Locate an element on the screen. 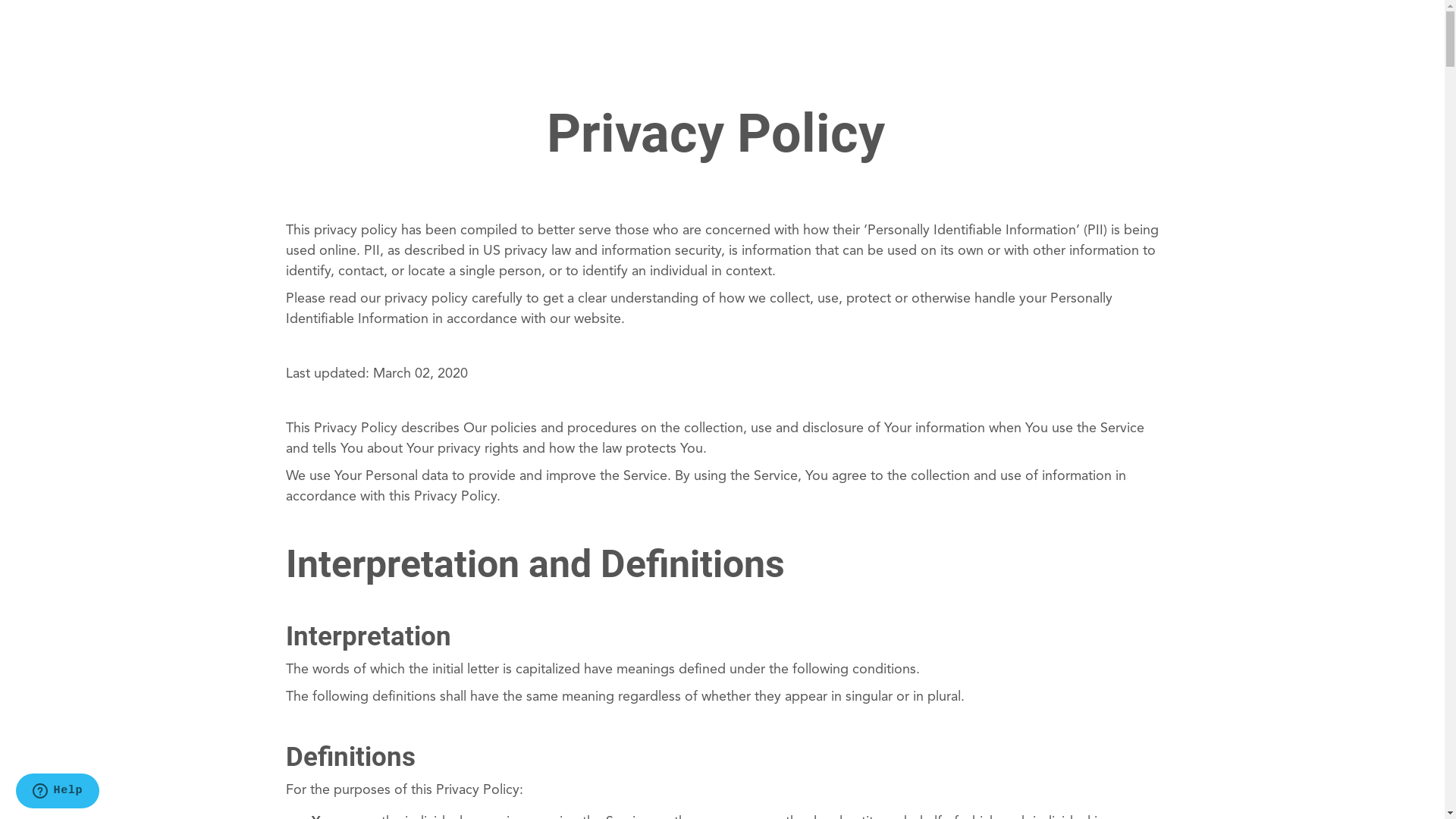 The width and height of the screenshot is (1456, 819). 'Opens a widget where you can find more information' is located at coordinates (57, 792).